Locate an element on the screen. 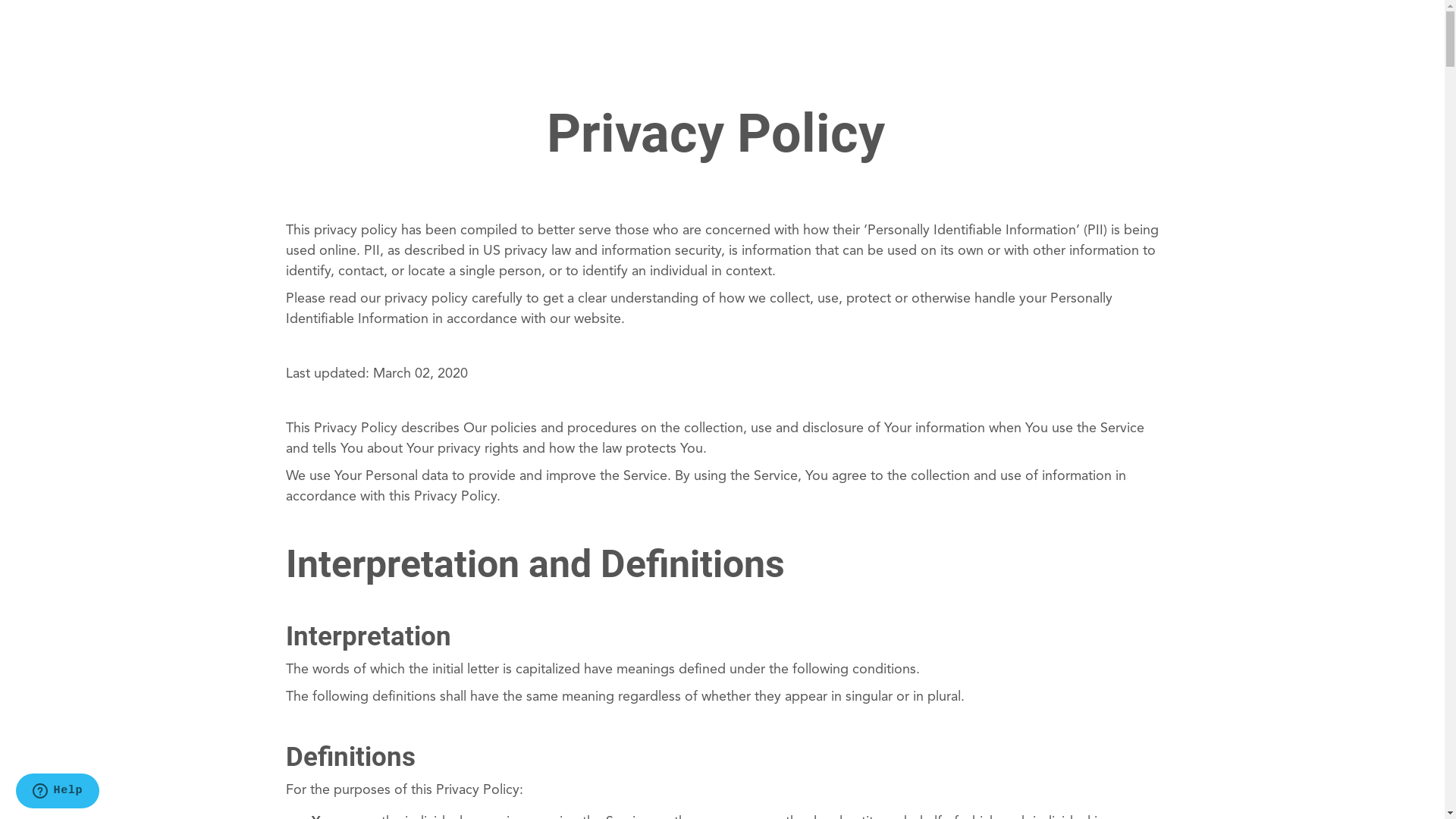 The width and height of the screenshot is (1456, 819). 'Opens a widget where you can find more information' is located at coordinates (57, 792).